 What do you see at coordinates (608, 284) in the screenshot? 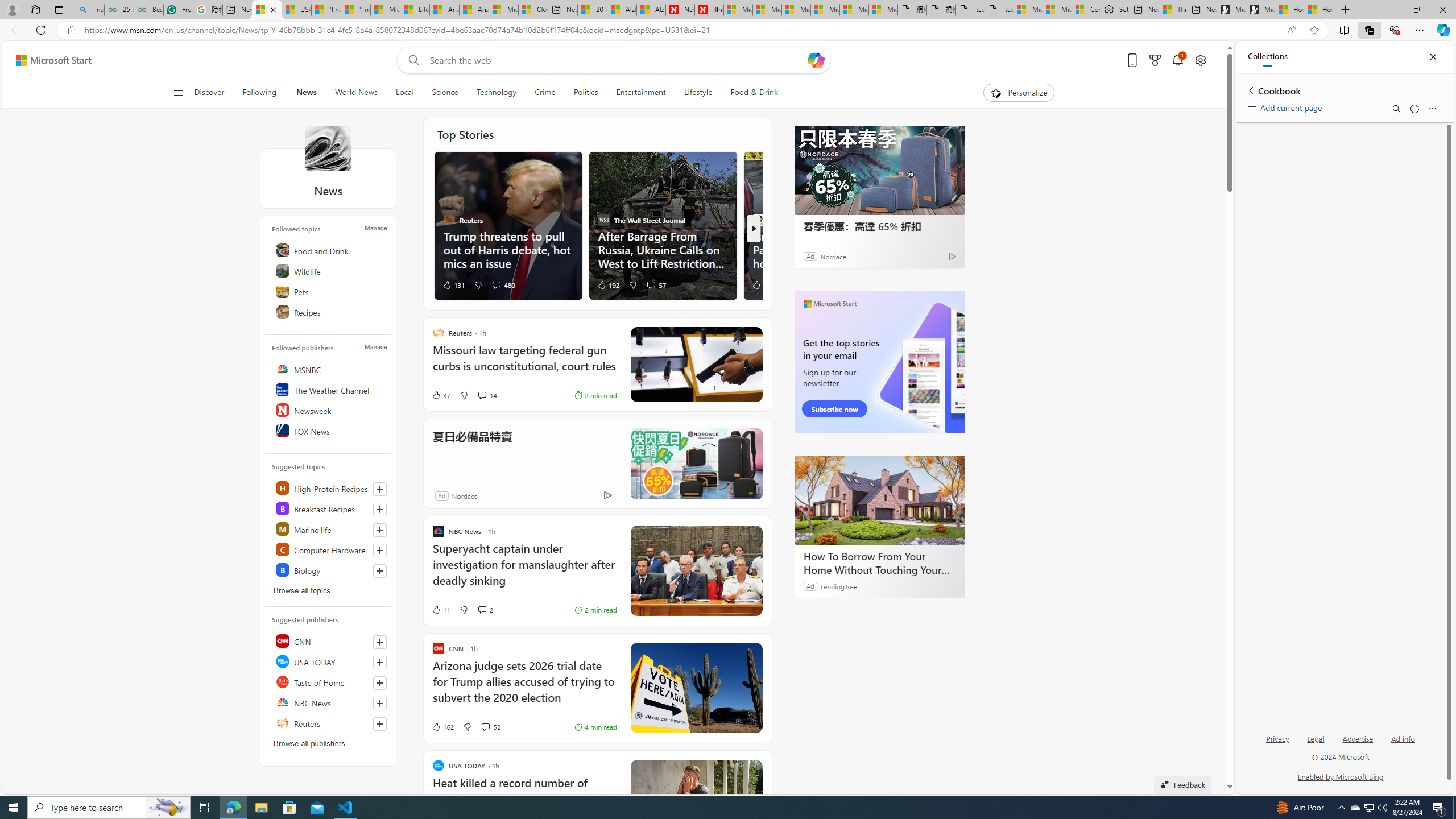
I see `'192 Like'` at bounding box center [608, 284].